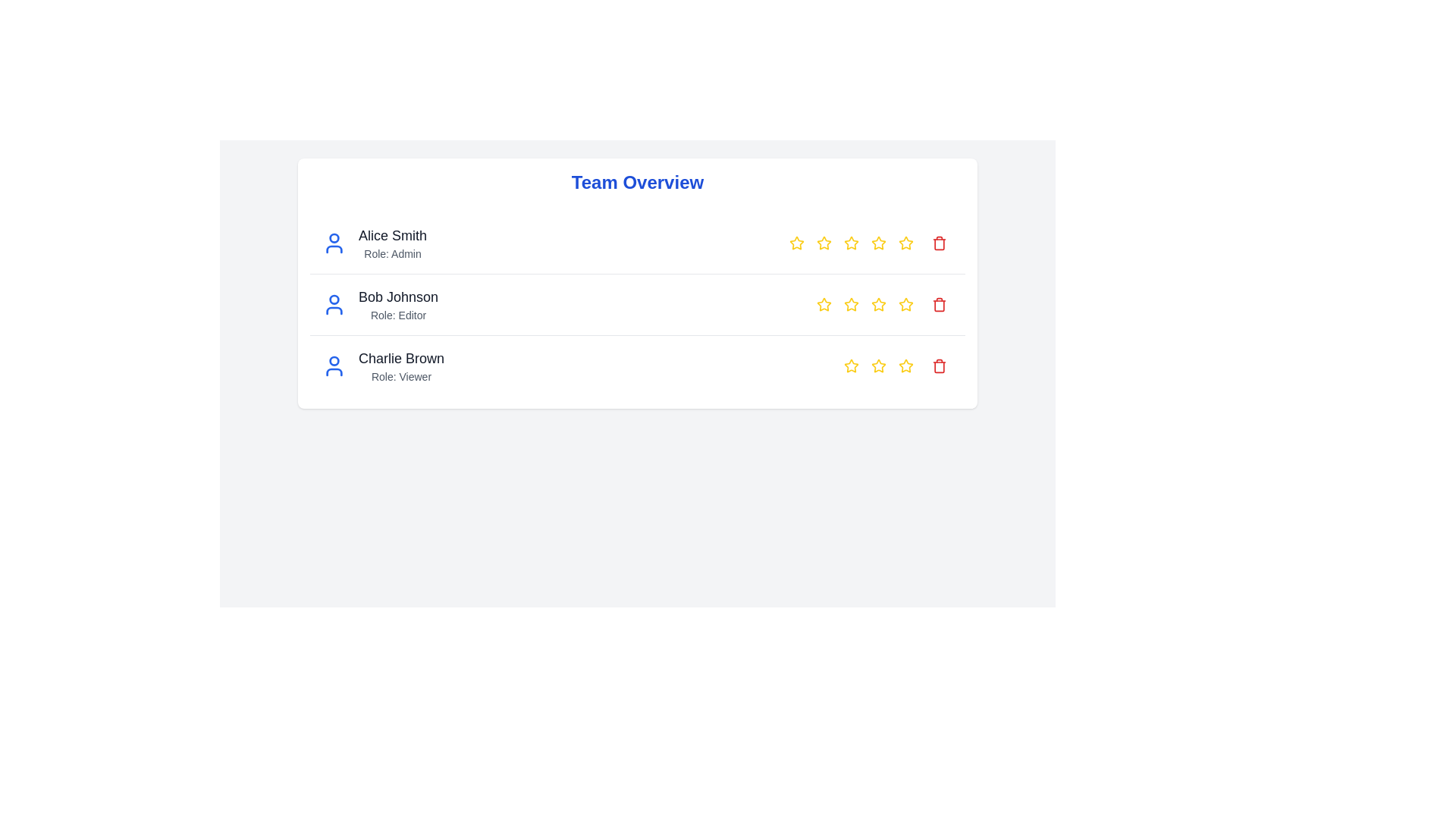 The height and width of the screenshot is (819, 1456). Describe the element at coordinates (852, 366) in the screenshot. I see `the fourth star rating icon associated with 'Charlie Brown' to set or modify the rating` at that location.